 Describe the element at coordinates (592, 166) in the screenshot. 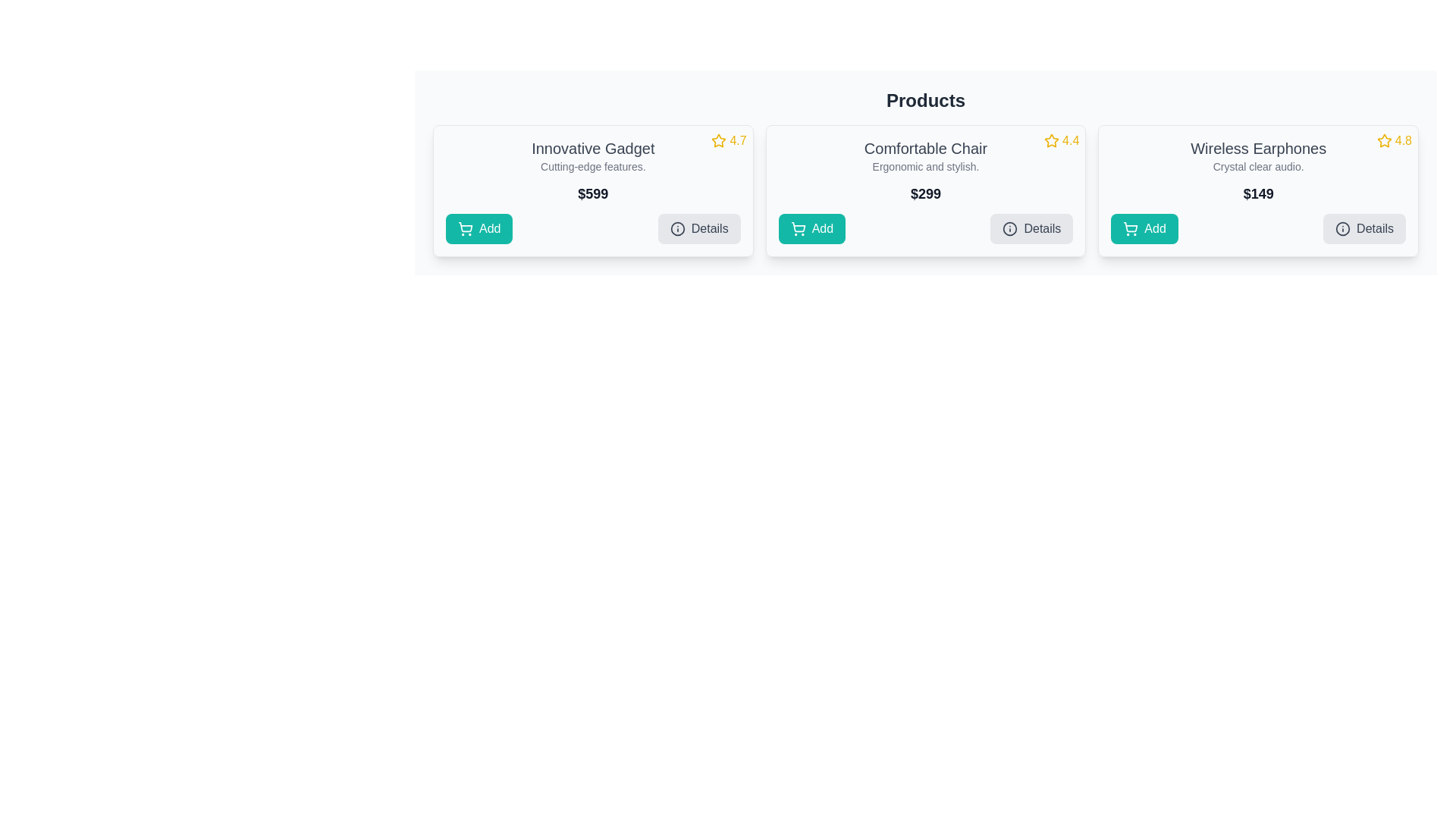

I see `the text label that provides additional context for the product titled 'Innovative Gadget', located below the header and above the price label '$599'` at that location.